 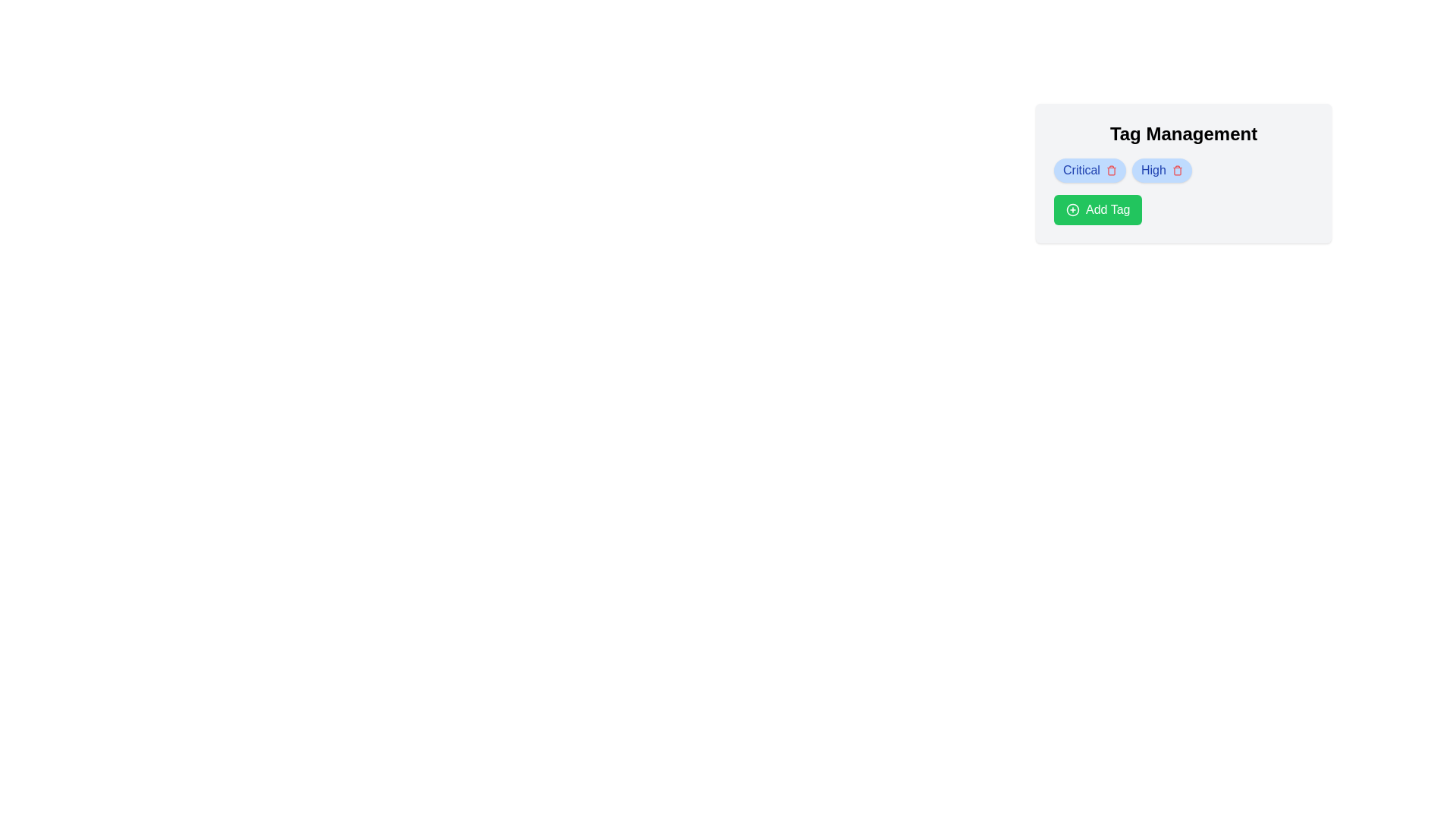 I want to click on the trash bin icon outlined in a linear style, so click(x=1111, y=171).